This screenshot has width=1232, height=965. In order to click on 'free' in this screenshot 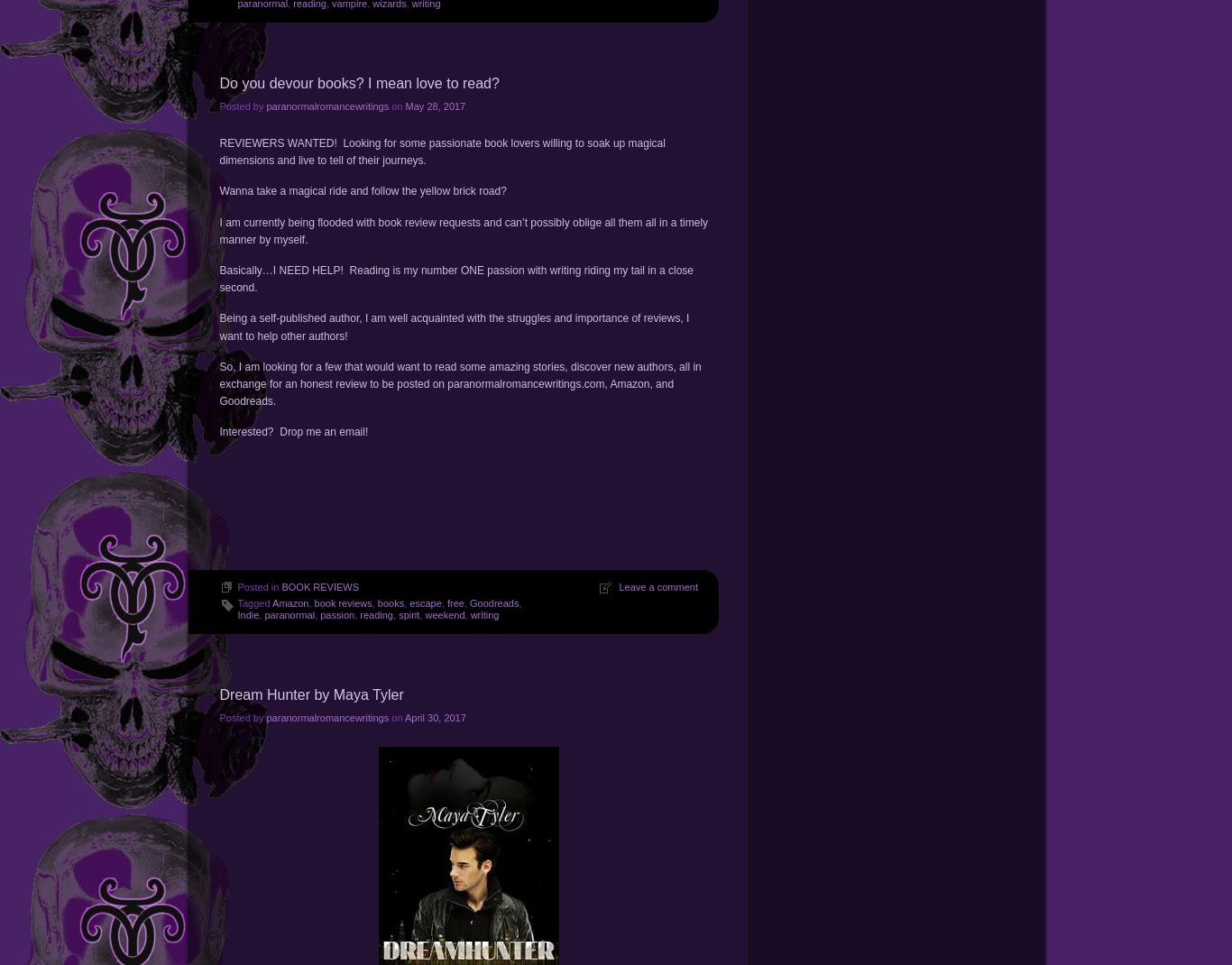, I will do `click(455, 602)`.